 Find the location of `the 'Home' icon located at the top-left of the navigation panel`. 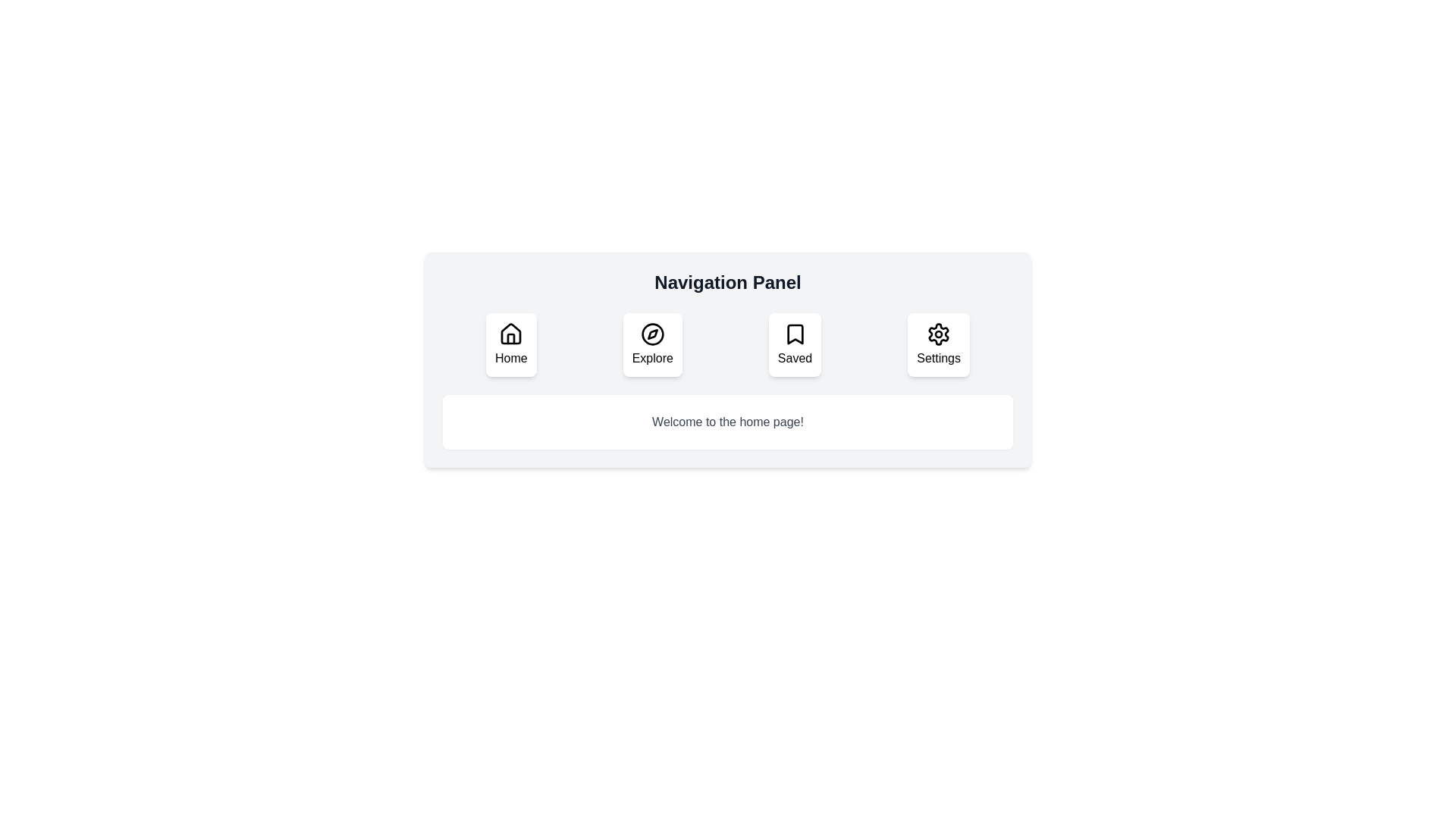

the 'Home' icon located at the top-left of the navigation panel is located at coordinates (511, 333).